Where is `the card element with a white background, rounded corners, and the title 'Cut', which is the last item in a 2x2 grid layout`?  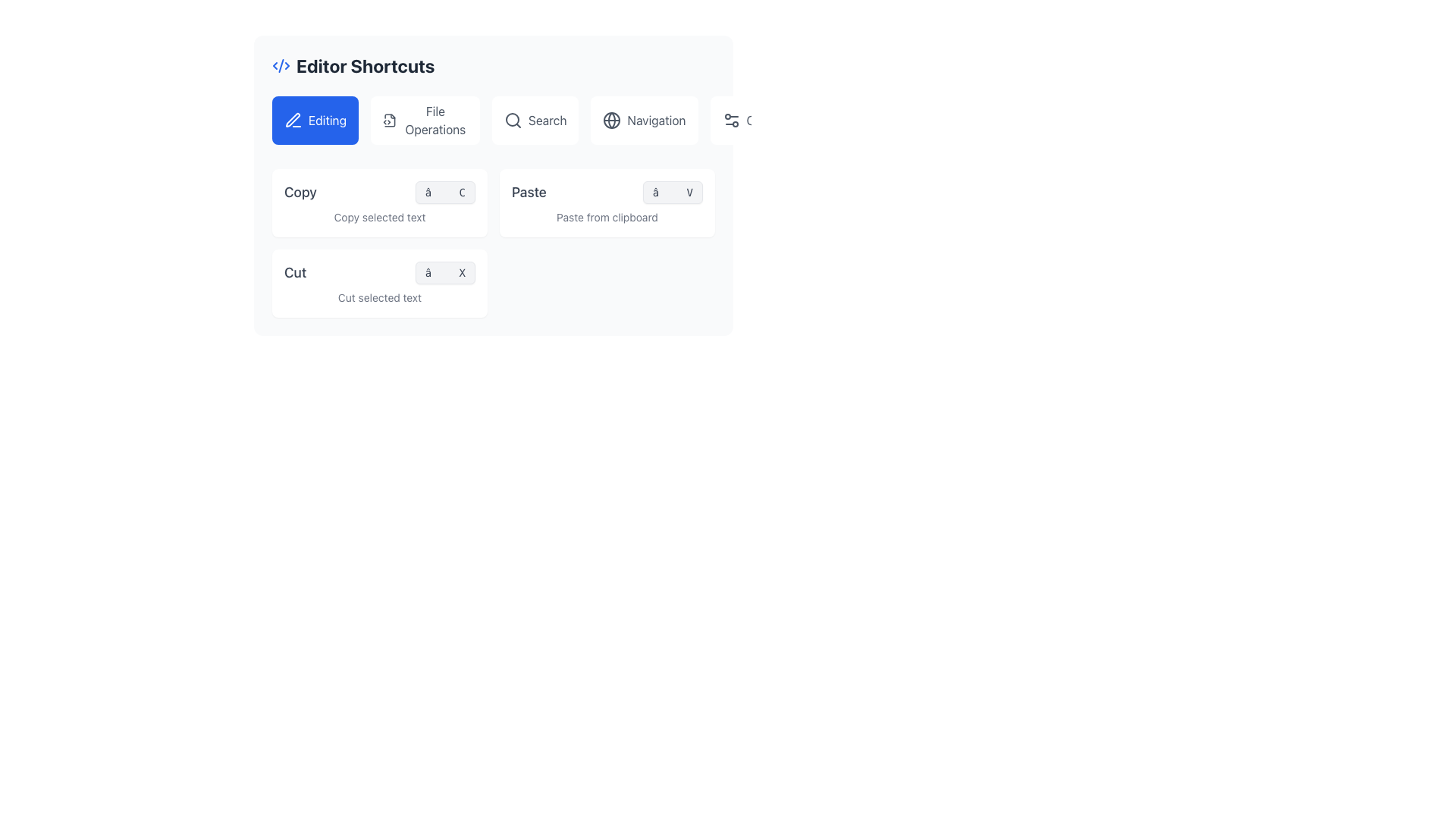 the card element with a white background, rounded corners, and the title 'Cut', which is the last item in a 2x2 grid layout is located at coordinates (379, 284).